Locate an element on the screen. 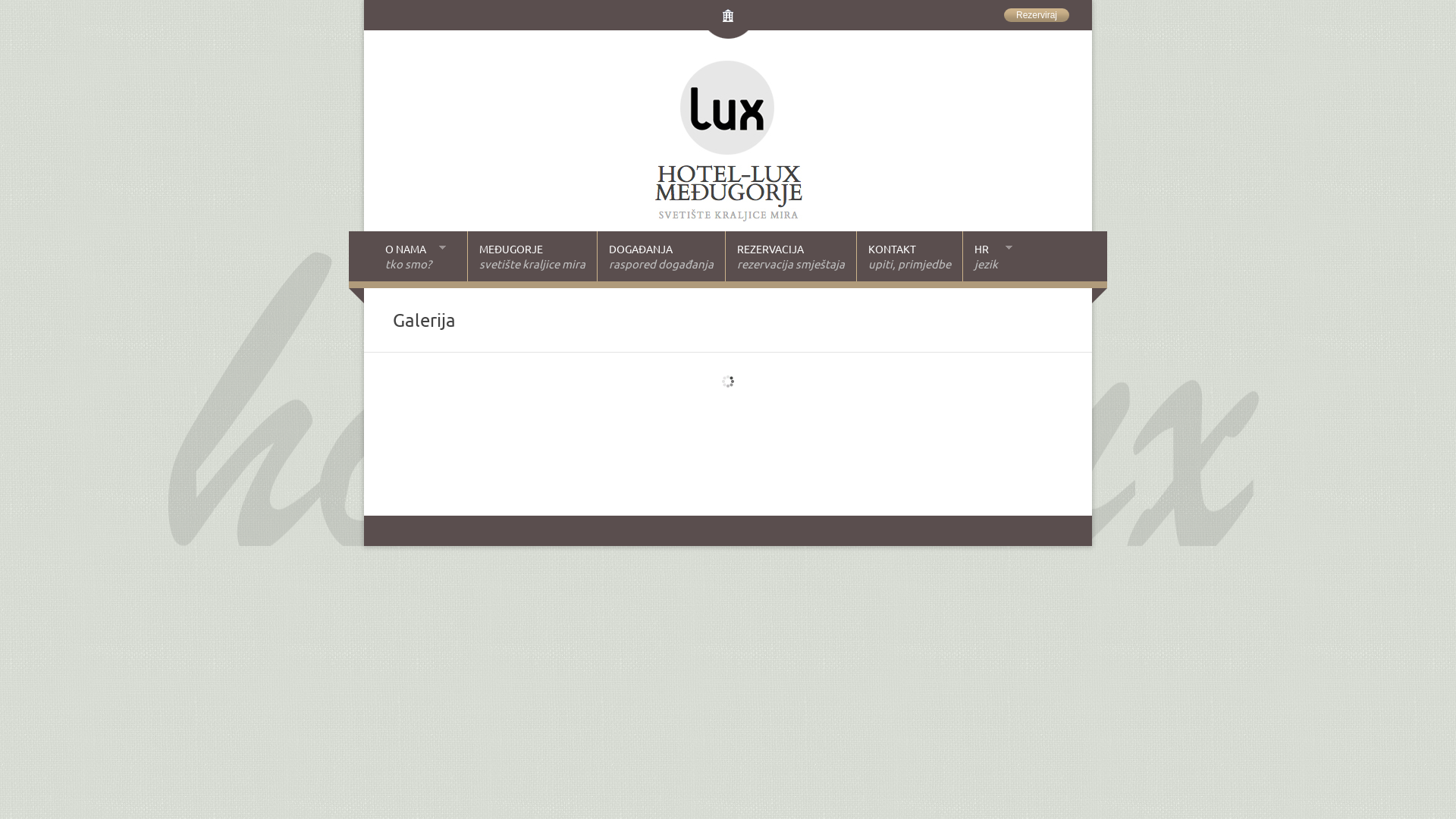 The height and width of the screenshot is (819, 1456). 'DSC-102' is located at coordinates (758, 391).